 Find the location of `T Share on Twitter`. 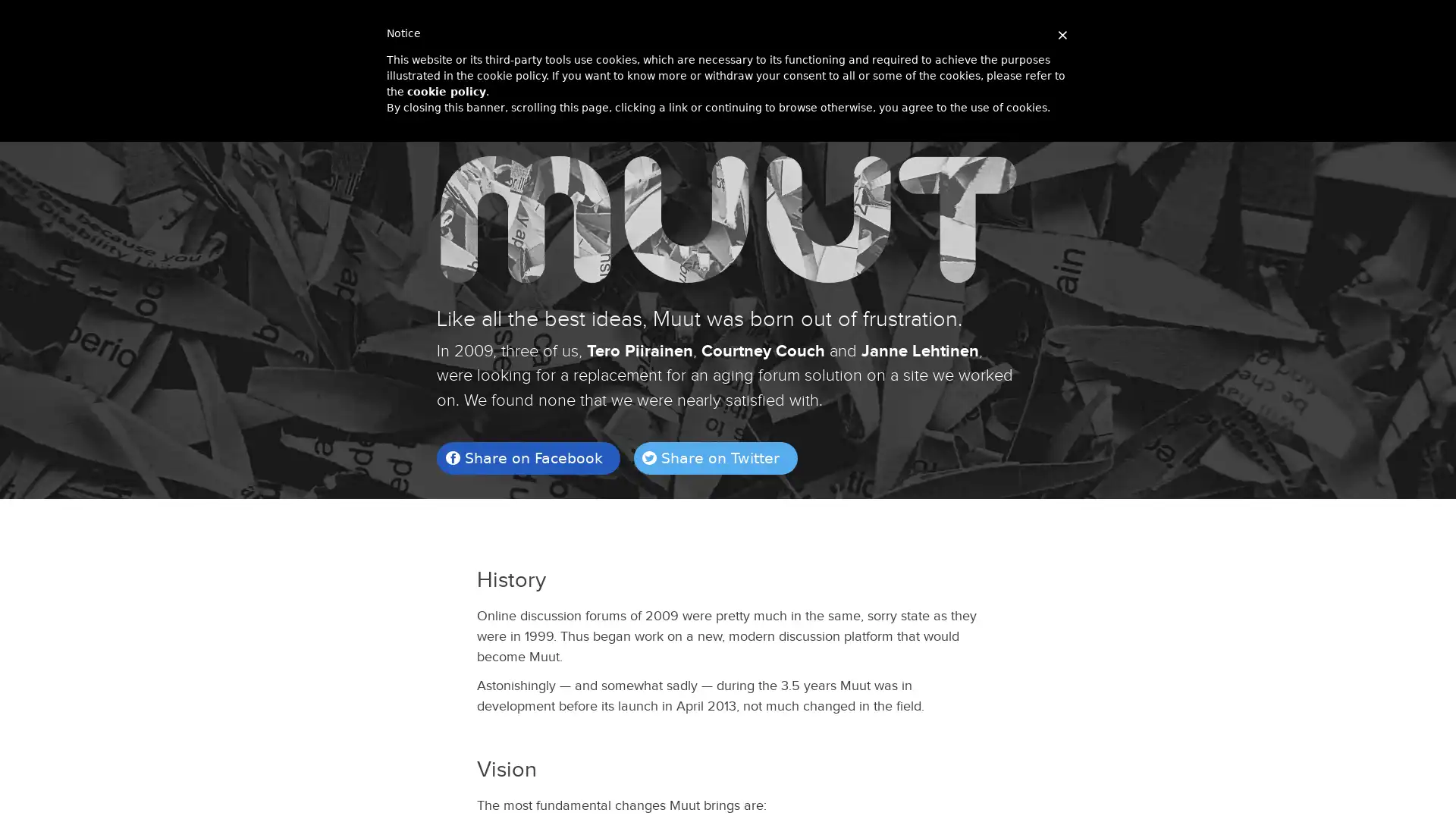

T Share on Twitter is located at coordinates (714, 457).